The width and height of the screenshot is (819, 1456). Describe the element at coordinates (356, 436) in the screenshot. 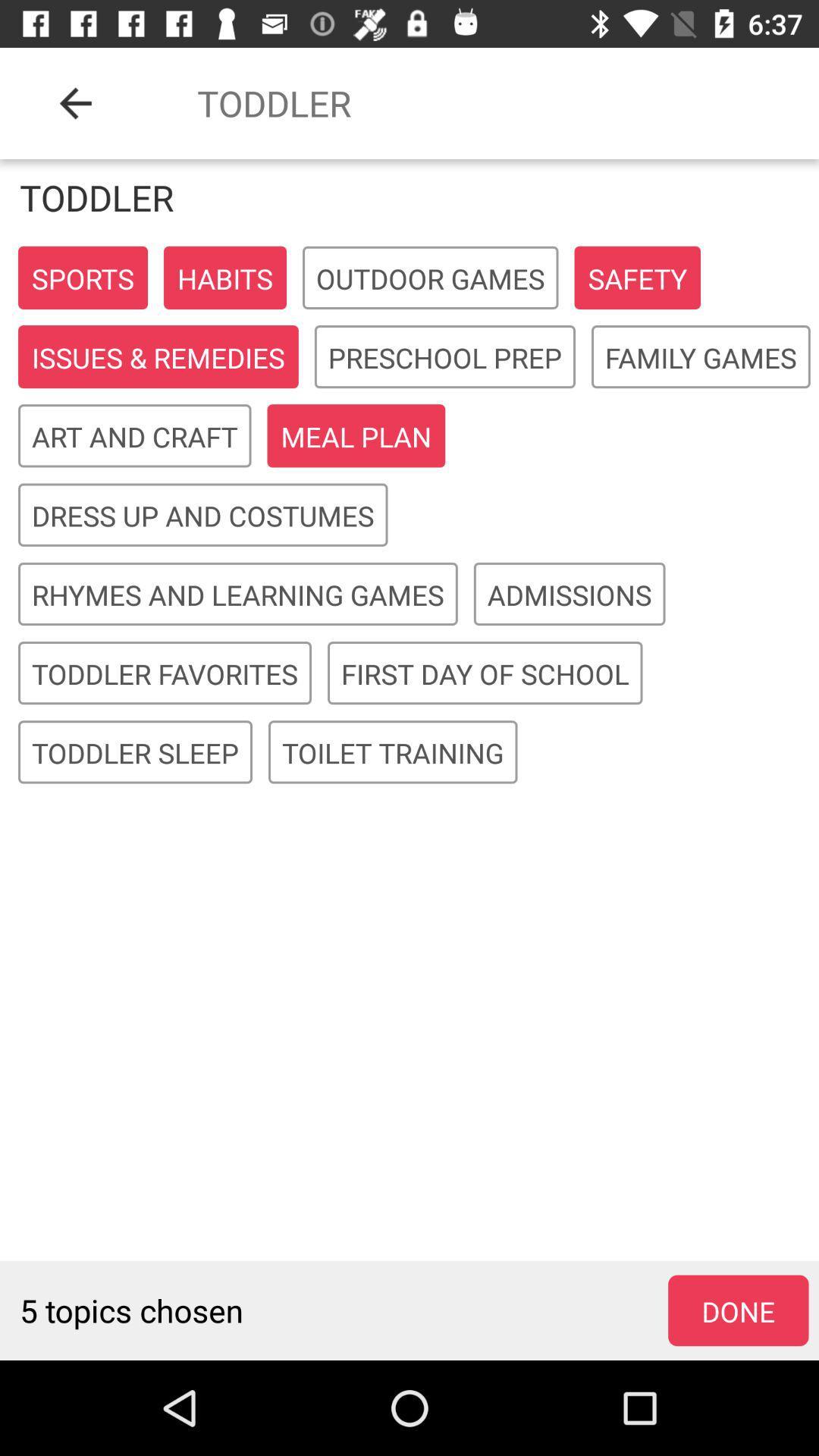

I see `the icon to the right of art and craft` at that location.